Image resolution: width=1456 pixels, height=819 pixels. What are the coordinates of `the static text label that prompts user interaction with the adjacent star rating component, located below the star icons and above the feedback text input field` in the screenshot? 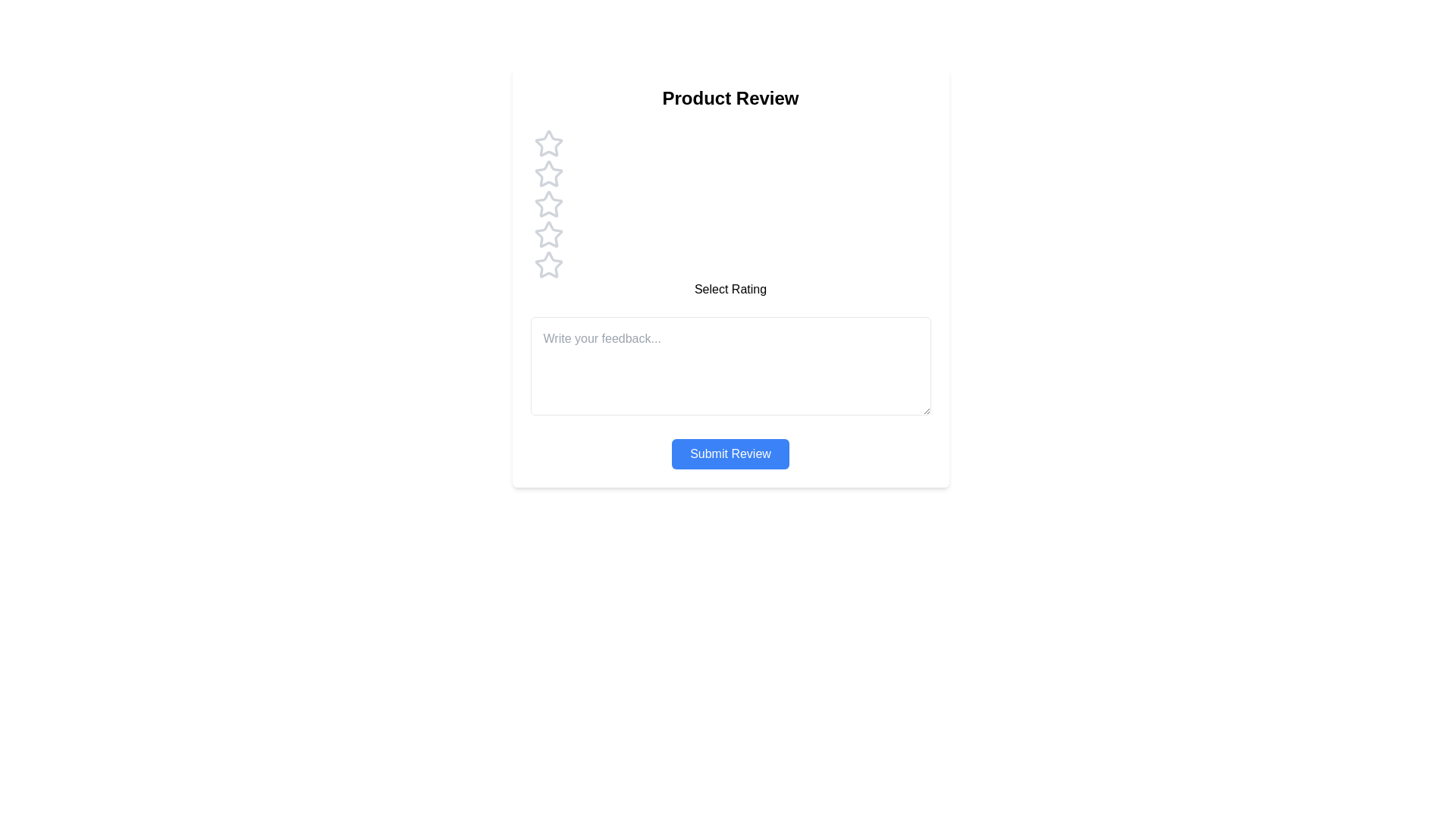 It's located at (730, 289).